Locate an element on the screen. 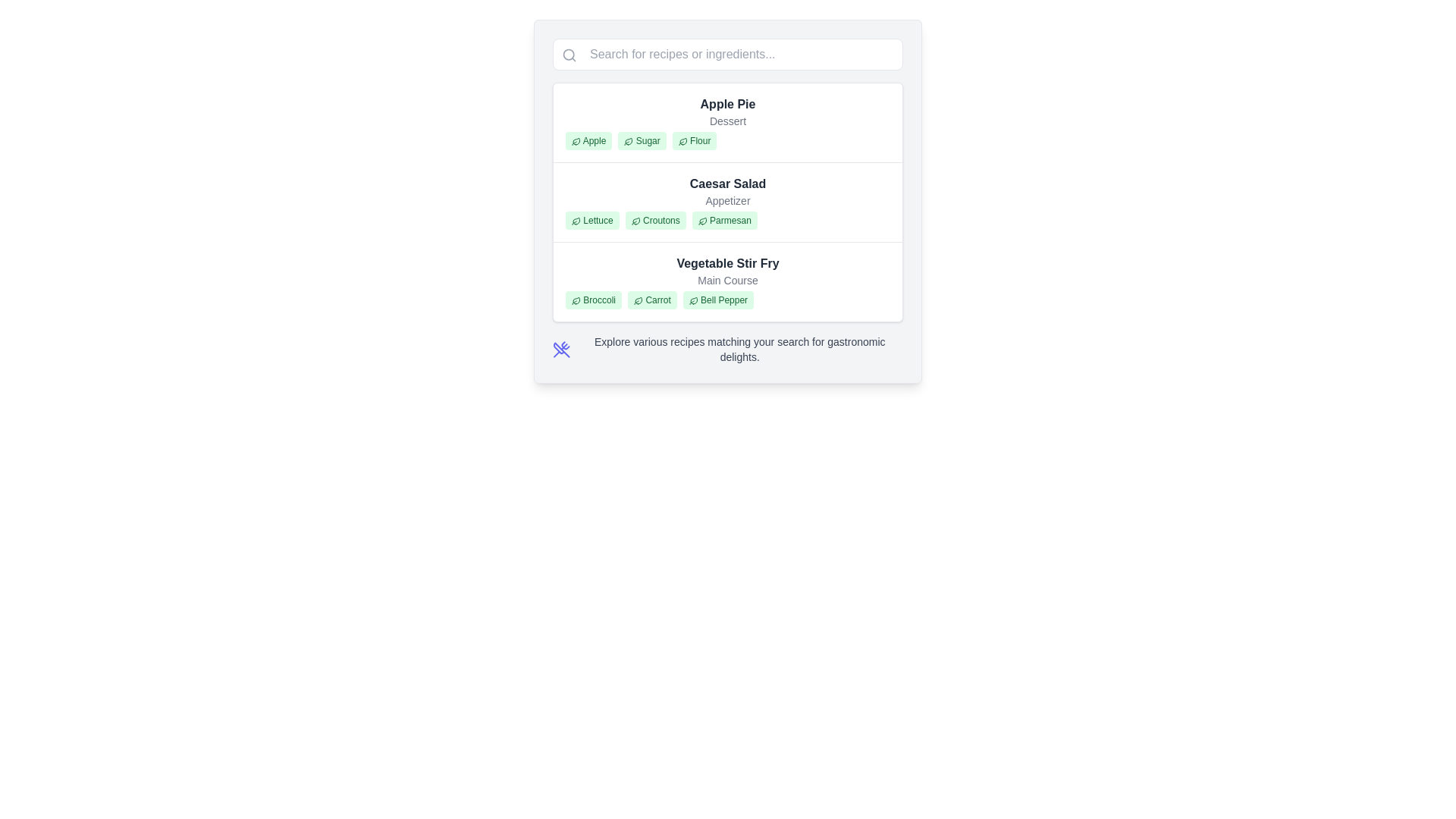 Image resolution: width=1456 pixels, height=819 pixels. the text of the ingredient label for the 'Caesar Salad' recipe, which is the third label in a row of three, positioned right of 'Lettuce' and 'Croutons' is located at coordinates (723, 220).